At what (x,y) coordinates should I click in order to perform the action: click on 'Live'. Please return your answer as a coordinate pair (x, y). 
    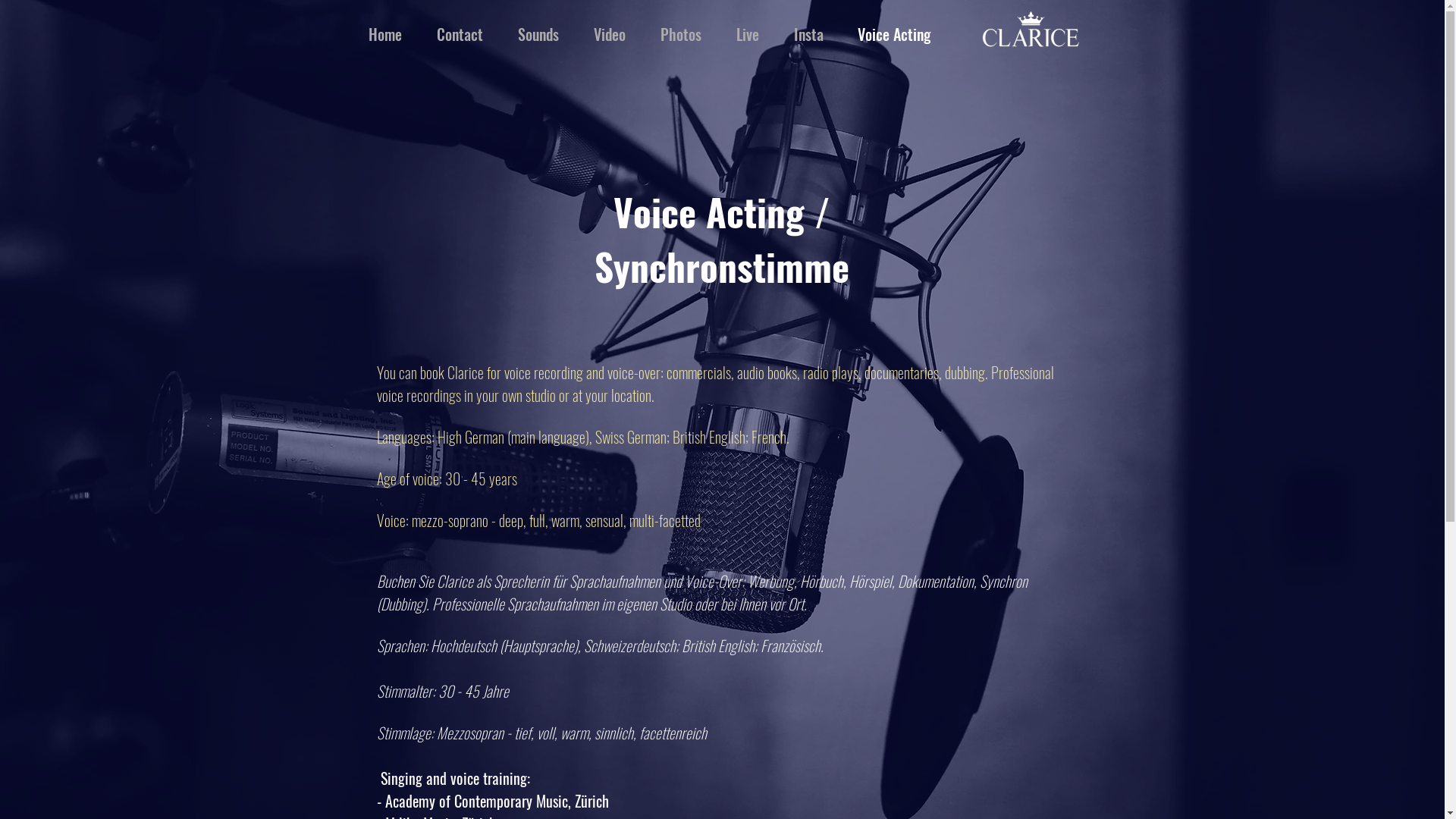
    Looking at the image, I should click on (718, 34).